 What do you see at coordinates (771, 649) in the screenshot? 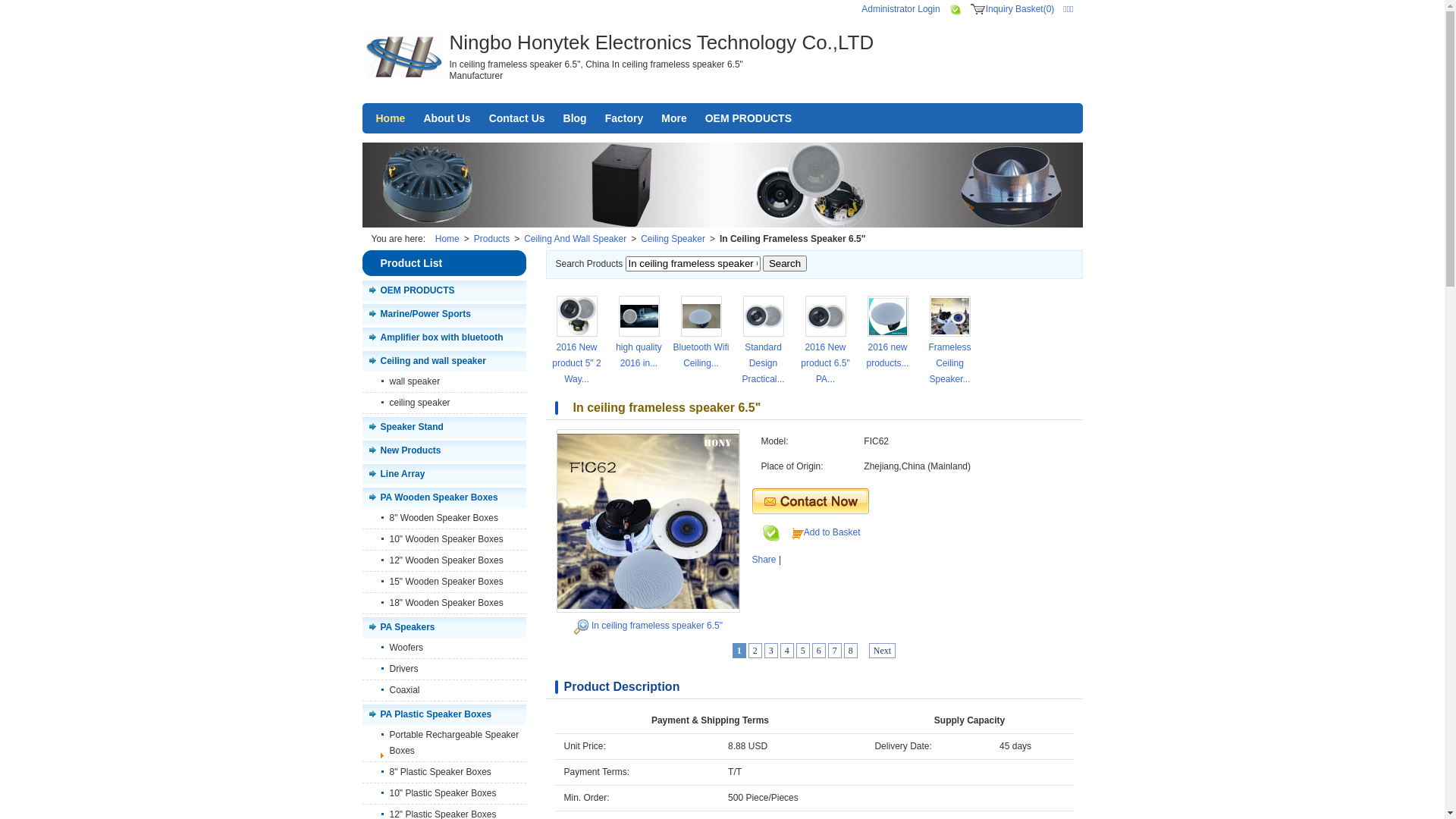
I see `'3'` at bounding box center [771, 649].